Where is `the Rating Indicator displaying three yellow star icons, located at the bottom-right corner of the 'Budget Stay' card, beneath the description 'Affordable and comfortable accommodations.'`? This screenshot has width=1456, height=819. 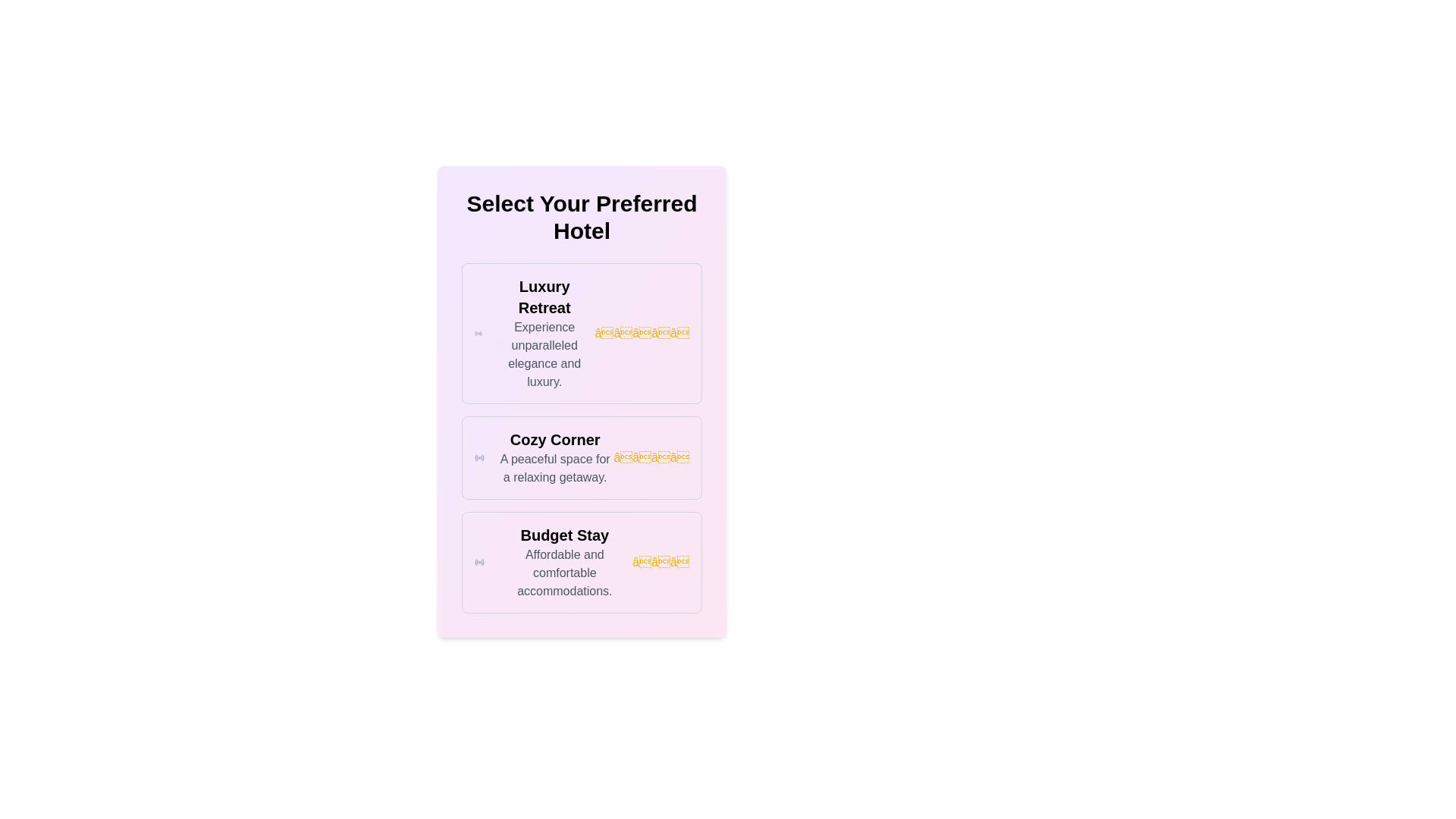 the Rating Indicator displaying three yellow star icons, located at the bottom-right corner of the 'Budget Stay' card, beneath the description 'Affordable and comfortable accommodations.' is located at coordinates (661, 562).